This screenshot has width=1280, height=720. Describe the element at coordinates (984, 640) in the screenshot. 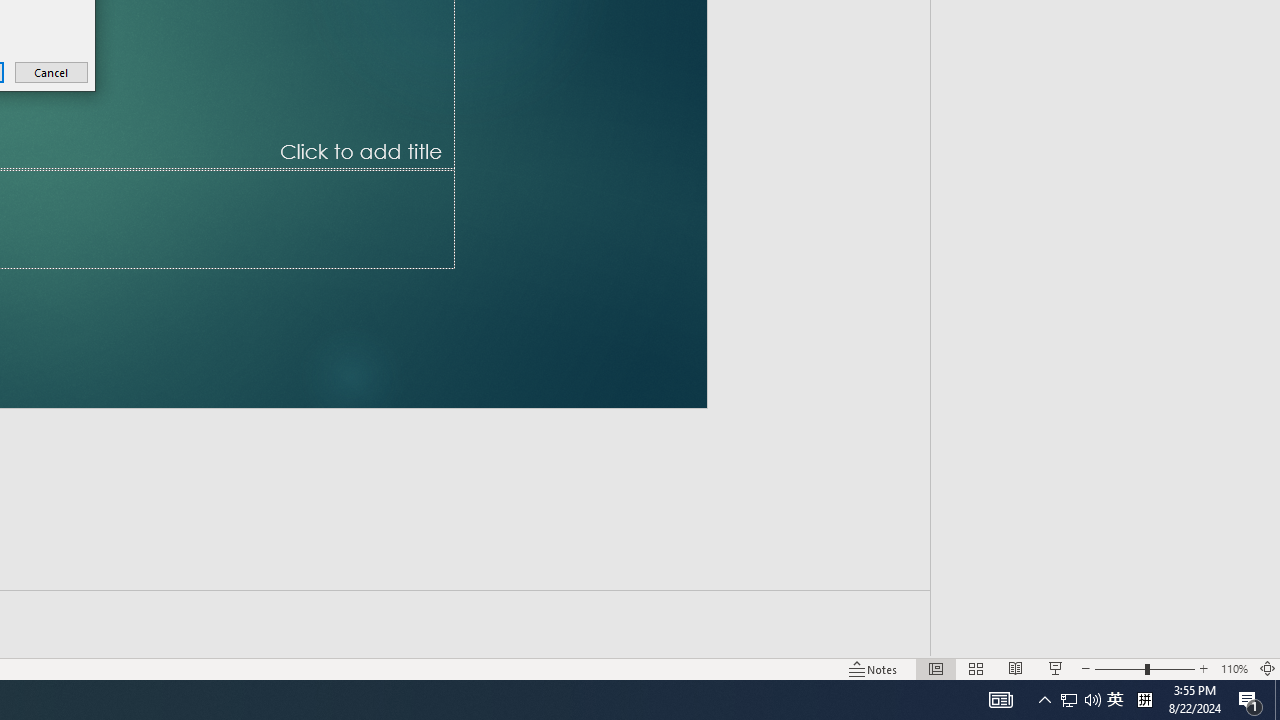

I see `'Web Layout'` at that location.